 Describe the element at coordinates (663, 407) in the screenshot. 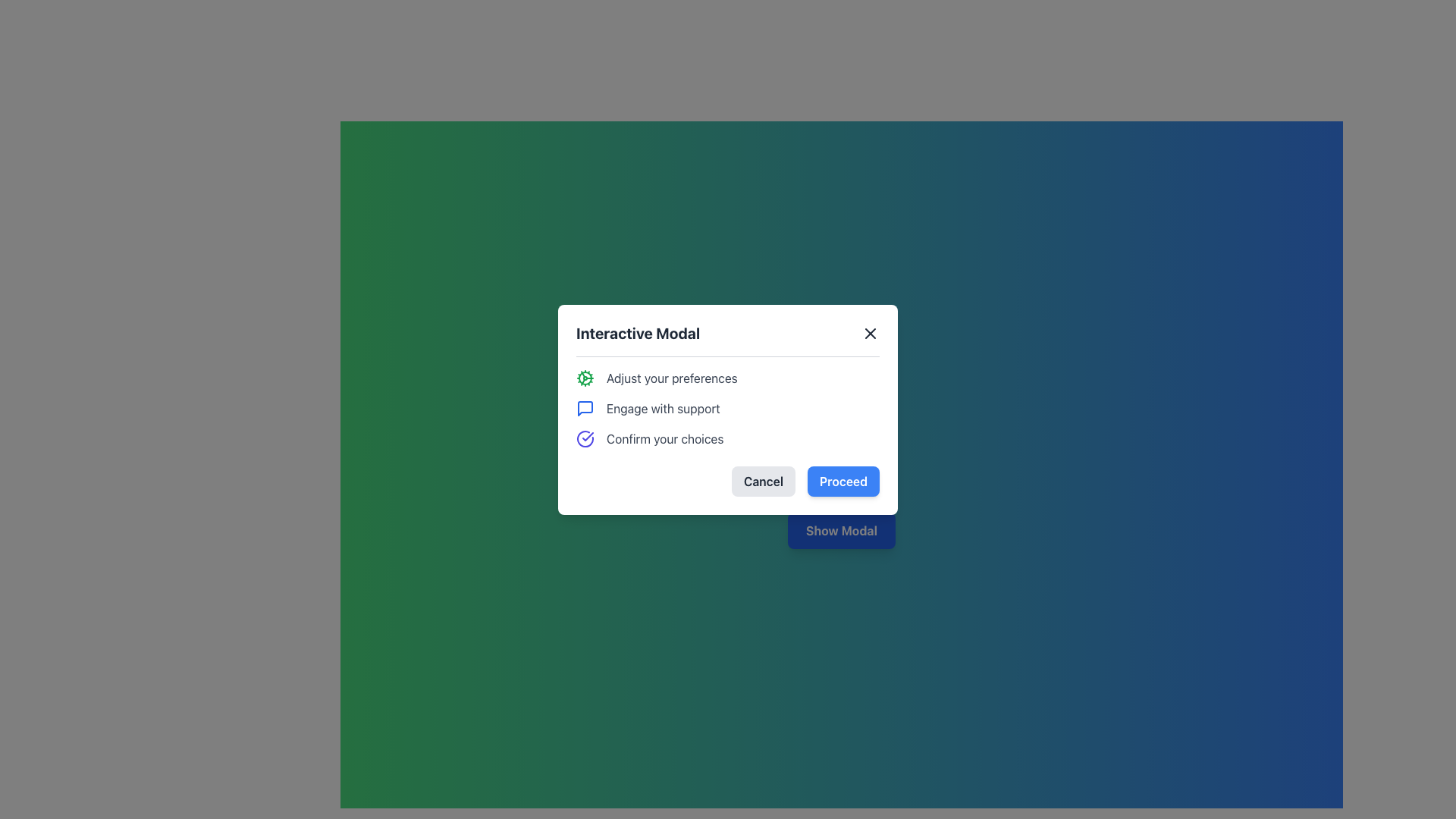

I see `the informational Text Label in the 'Interactive Modal' dialog box, which is the second item in the list, positioned between 'Adjust your preferences' and 'Confirm your choices'` at that location.